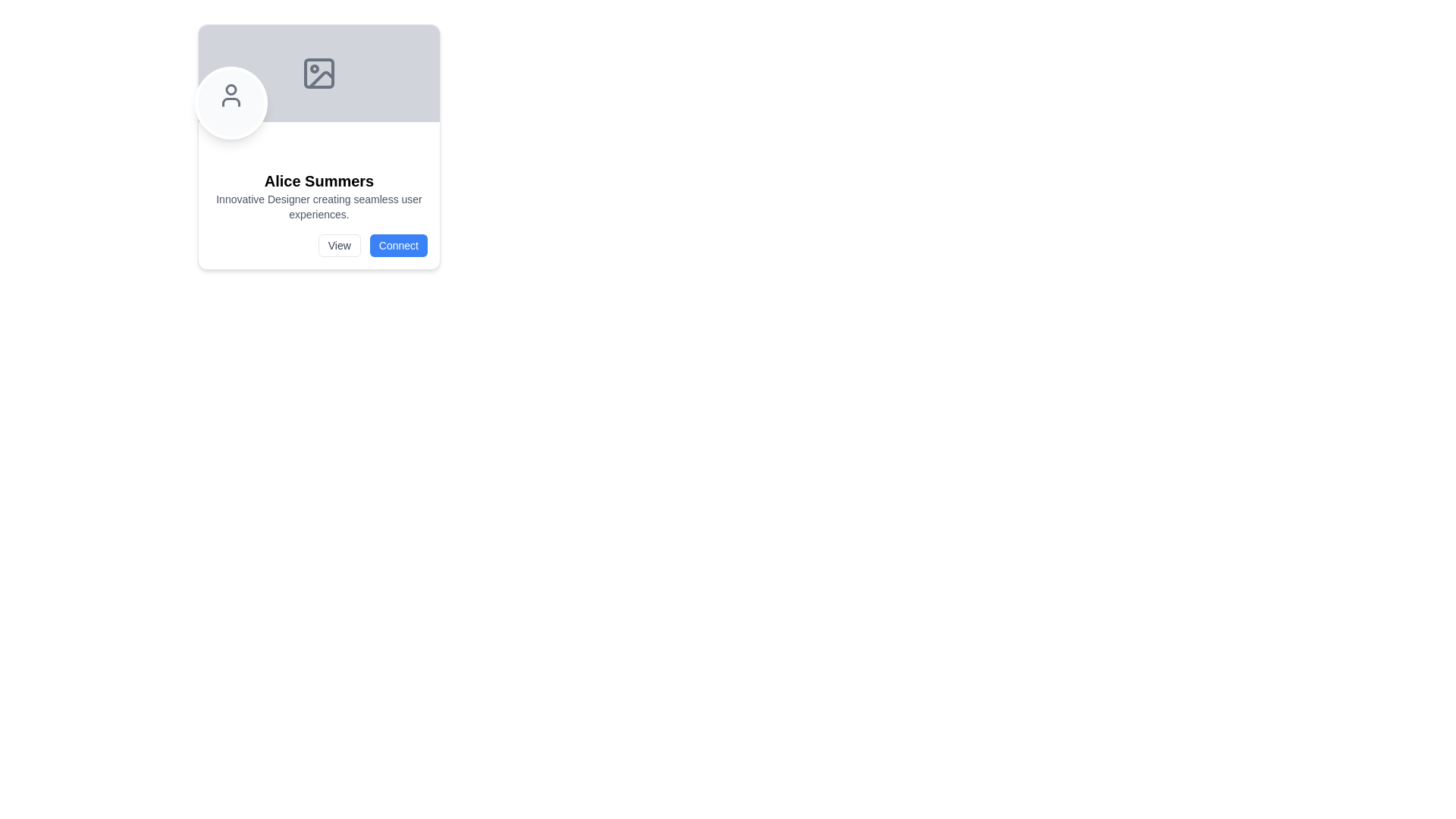 This screenshot has height=819, width=1456. Describe the element at coordinates (318, 73) in the screenshot. I see `the image/photo icon with a square outline and rounded corners located in the top-right corner of the user card layout's header area` at that location.